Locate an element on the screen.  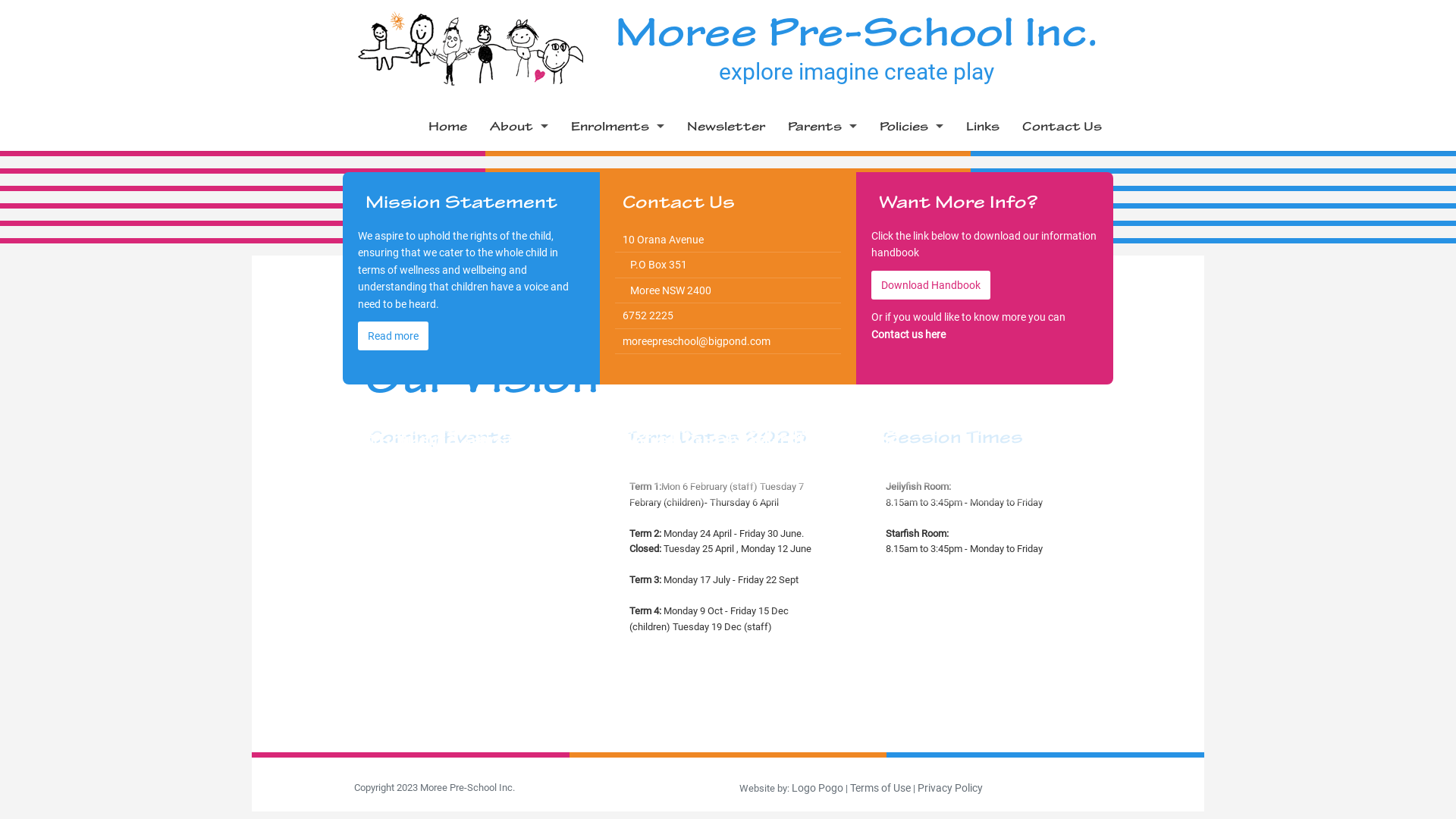
'Staff Profiles' is located at coordinates (519, 193).